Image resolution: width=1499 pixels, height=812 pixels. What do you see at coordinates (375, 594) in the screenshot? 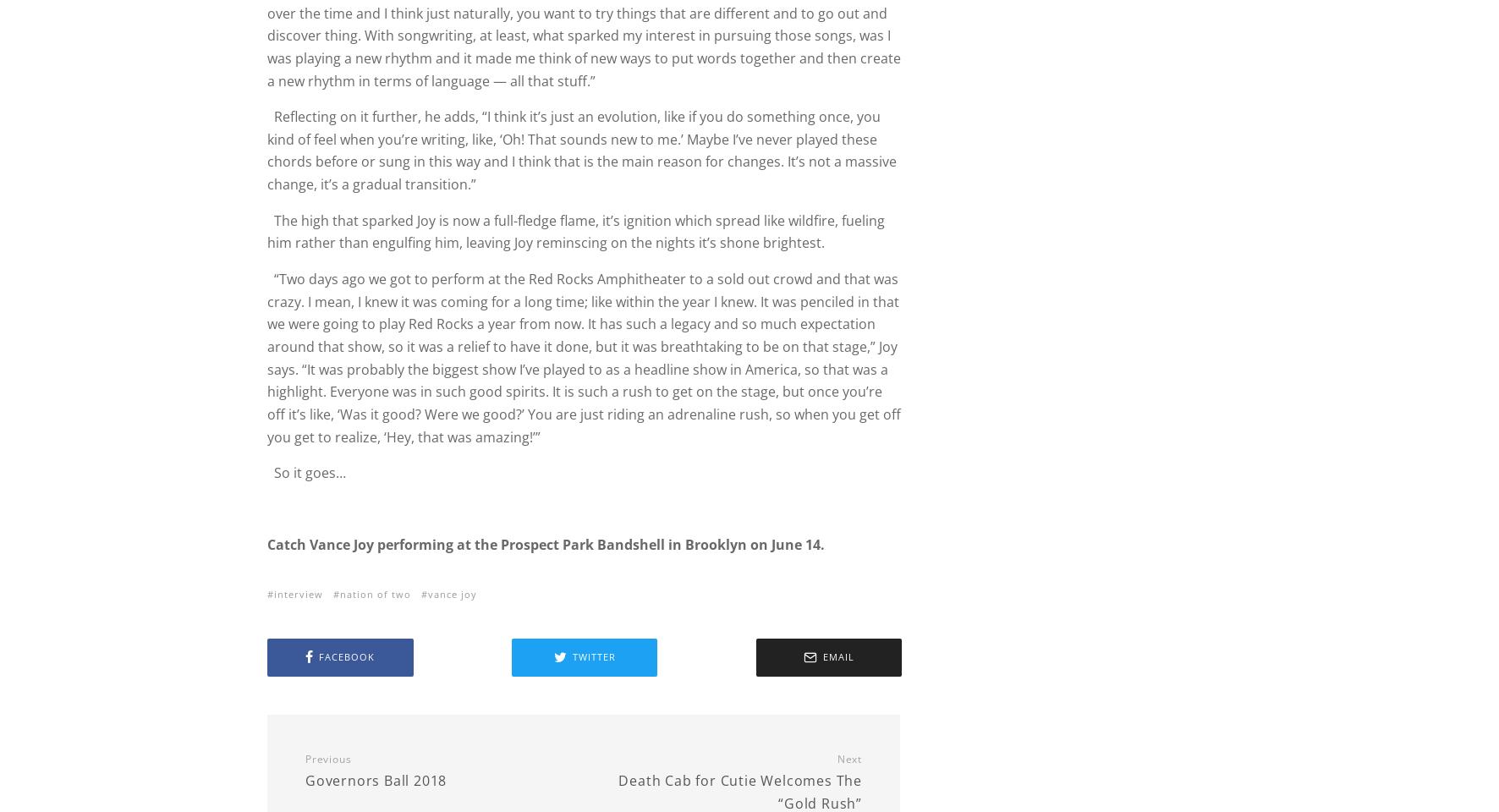
I see `'nation of two'` at bounding box center [375, 594].